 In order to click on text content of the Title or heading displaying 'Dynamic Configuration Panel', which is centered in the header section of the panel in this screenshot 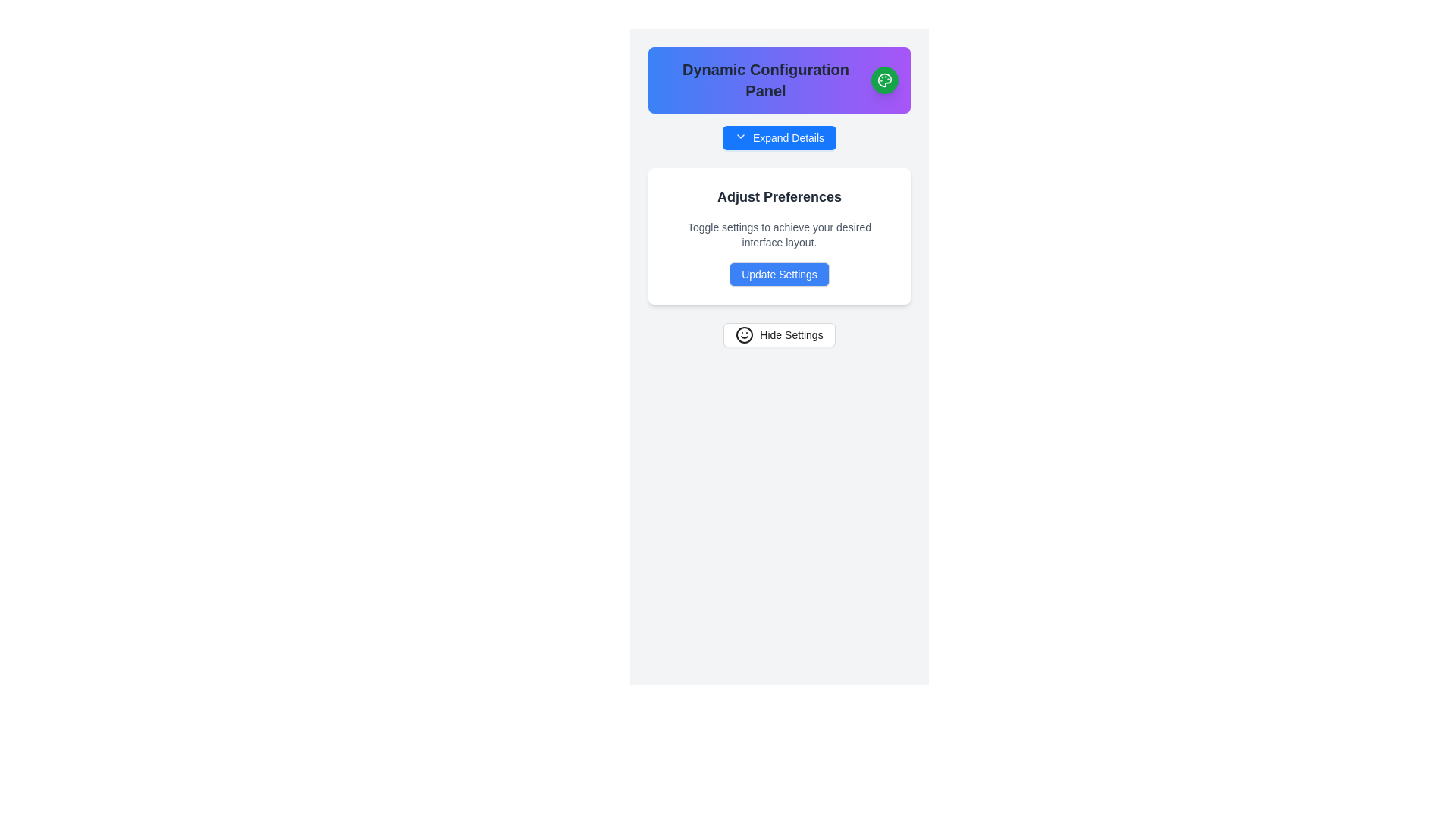, I will do `click(765, 80)`.